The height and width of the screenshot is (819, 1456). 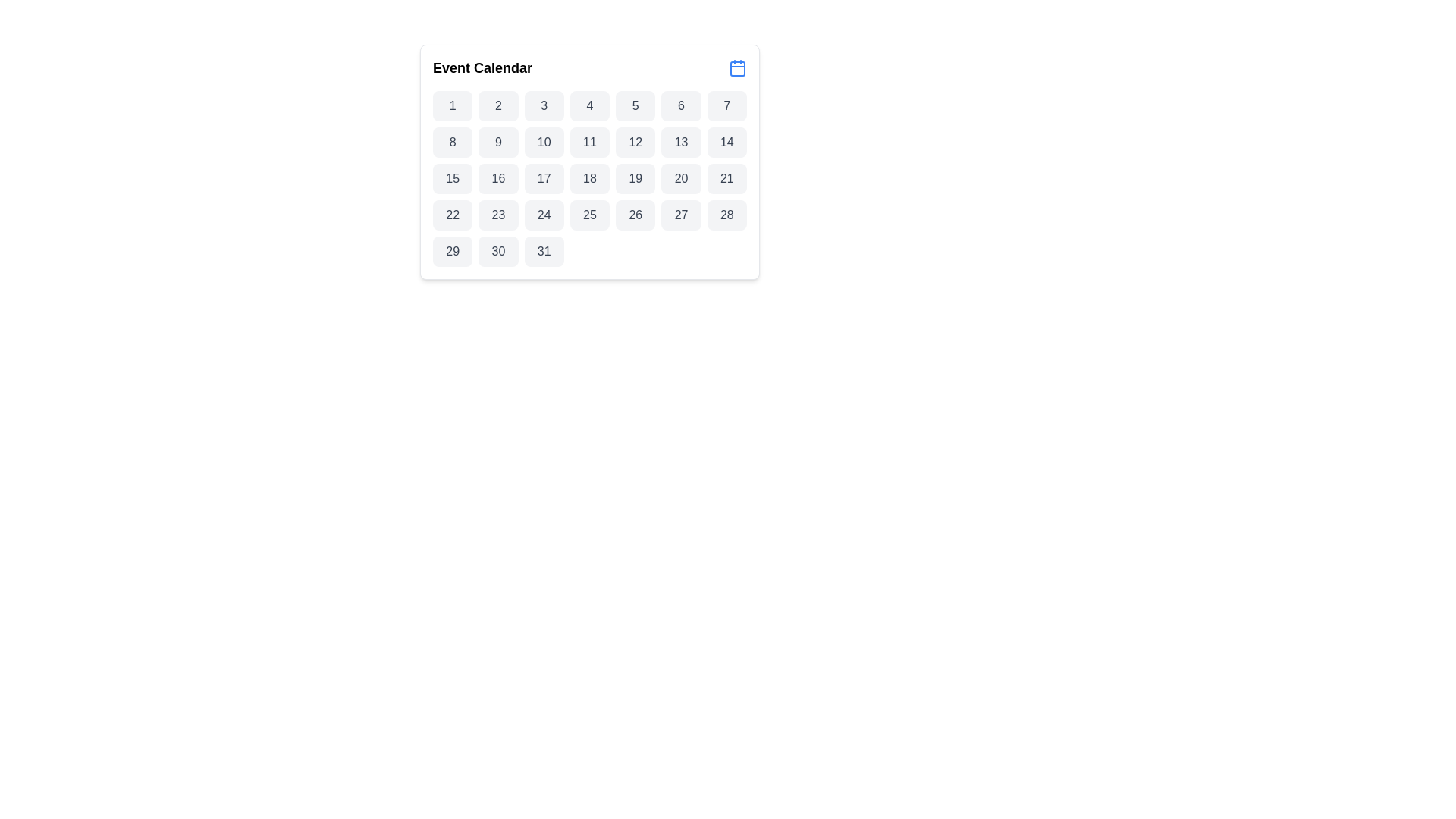 What do you see at coordinates (544, 250) in the screenshot?
I see `the button representing the date 31 in the 'Event Calendar'` at bounding box center [544, 250].